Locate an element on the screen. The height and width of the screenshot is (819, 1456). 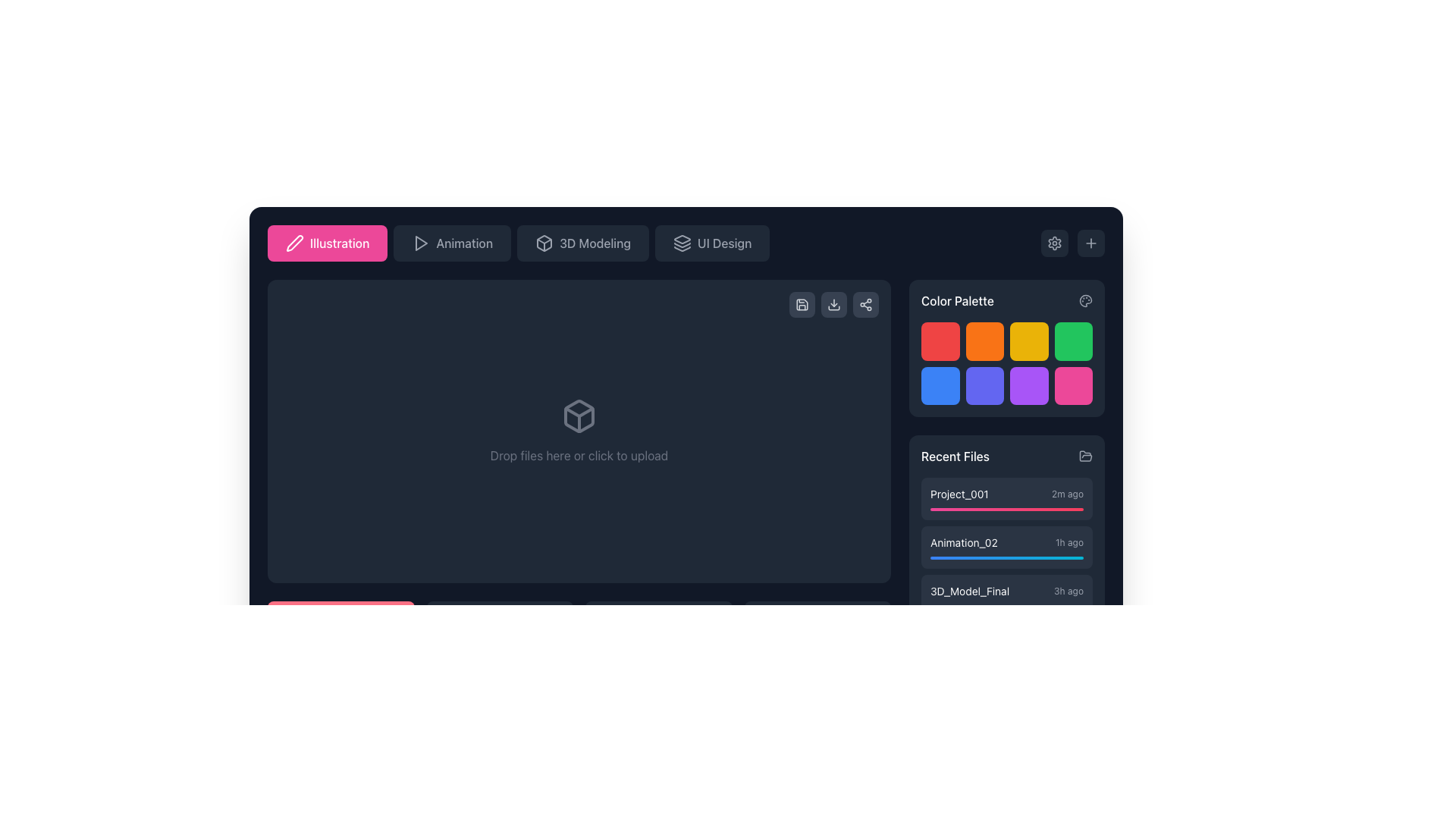
the '3D Modeling' text label within the button is located at coordinates (595, 242).